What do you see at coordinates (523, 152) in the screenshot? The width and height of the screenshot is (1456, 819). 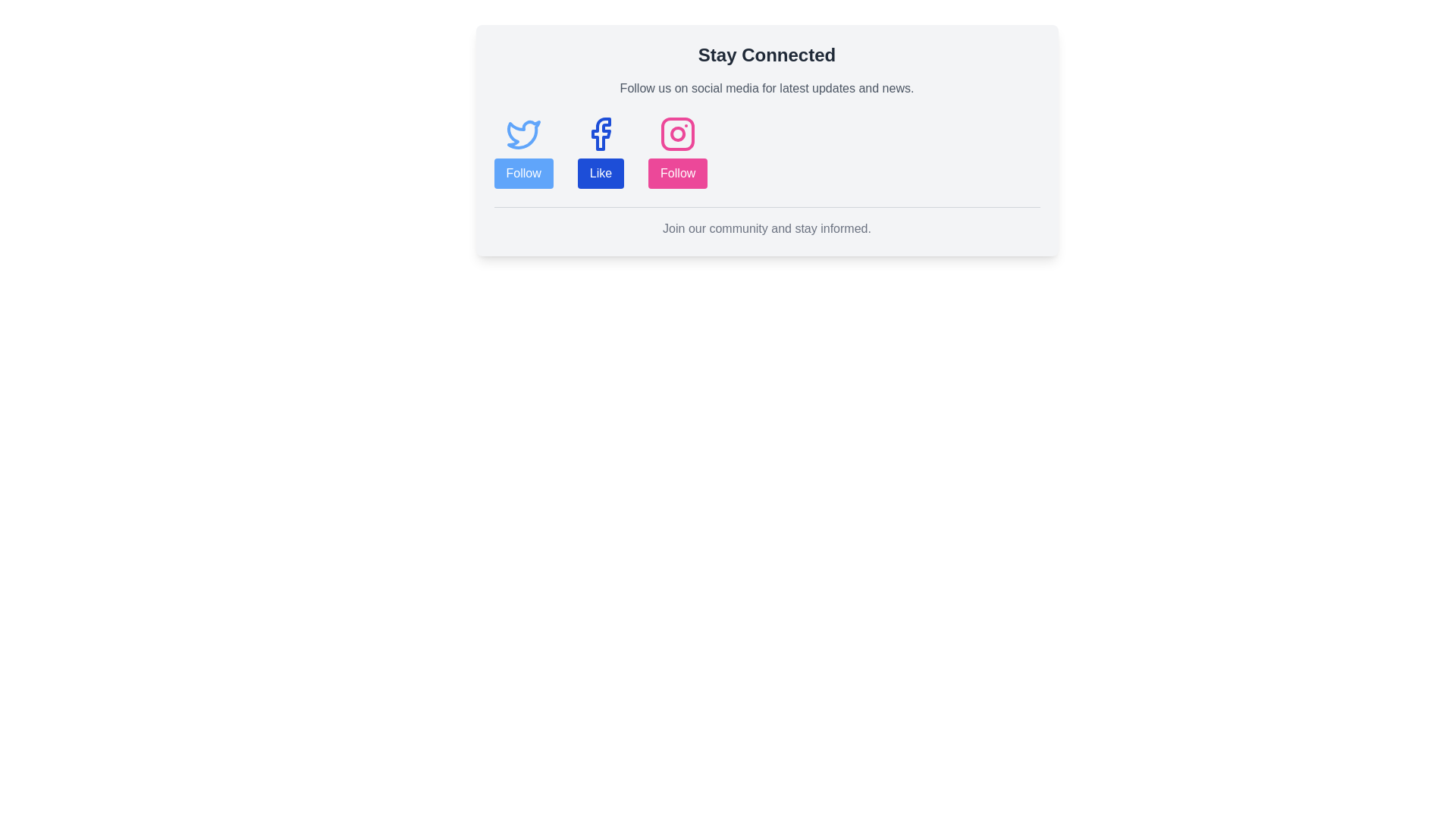 I see `the Interactive Button with Icon labeled 'Follow' that features a Twitter bird icon` at bounding box center [523, 152].